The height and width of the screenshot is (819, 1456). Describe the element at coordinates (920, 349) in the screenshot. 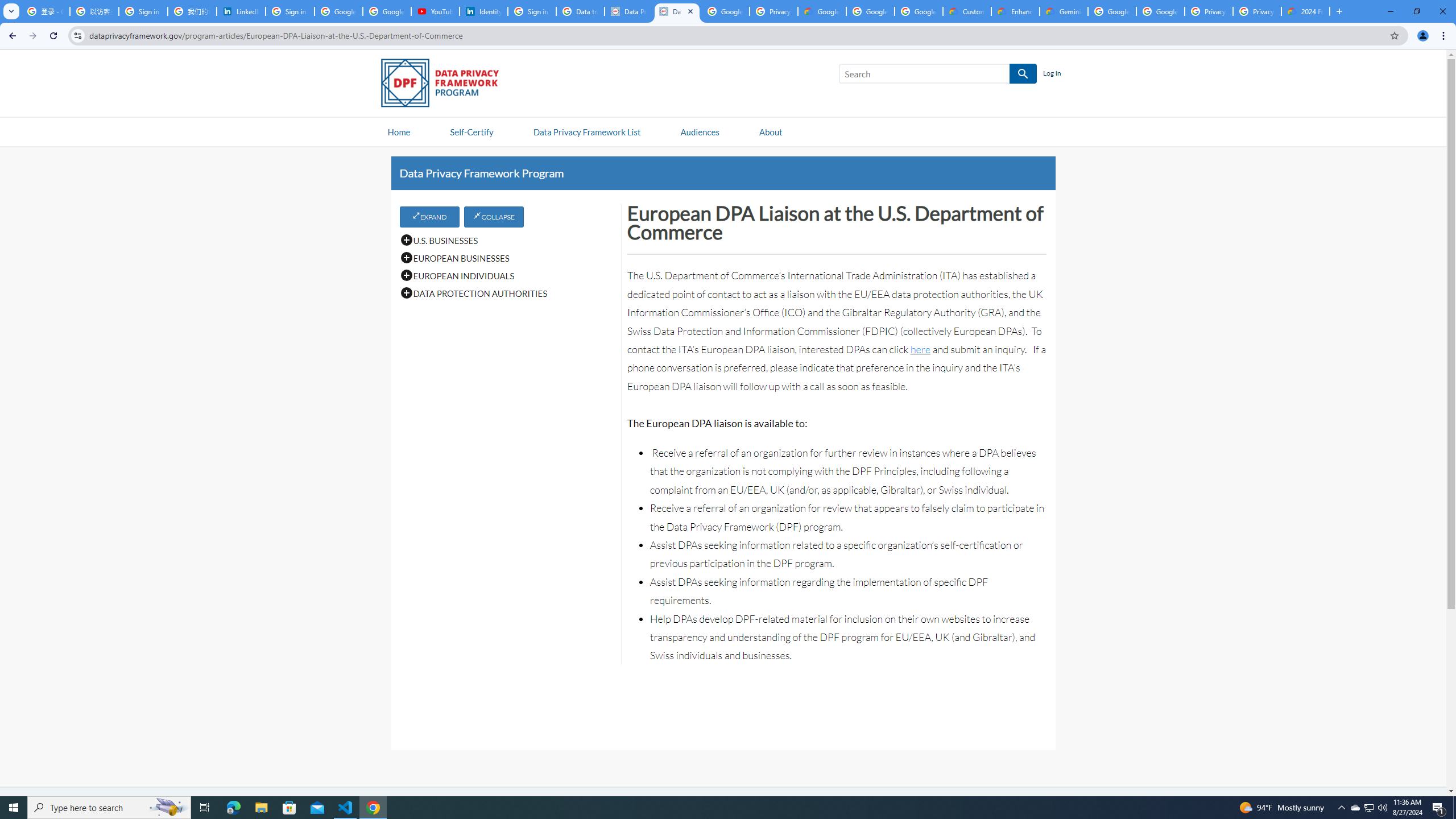

I see `'here'` at that location.